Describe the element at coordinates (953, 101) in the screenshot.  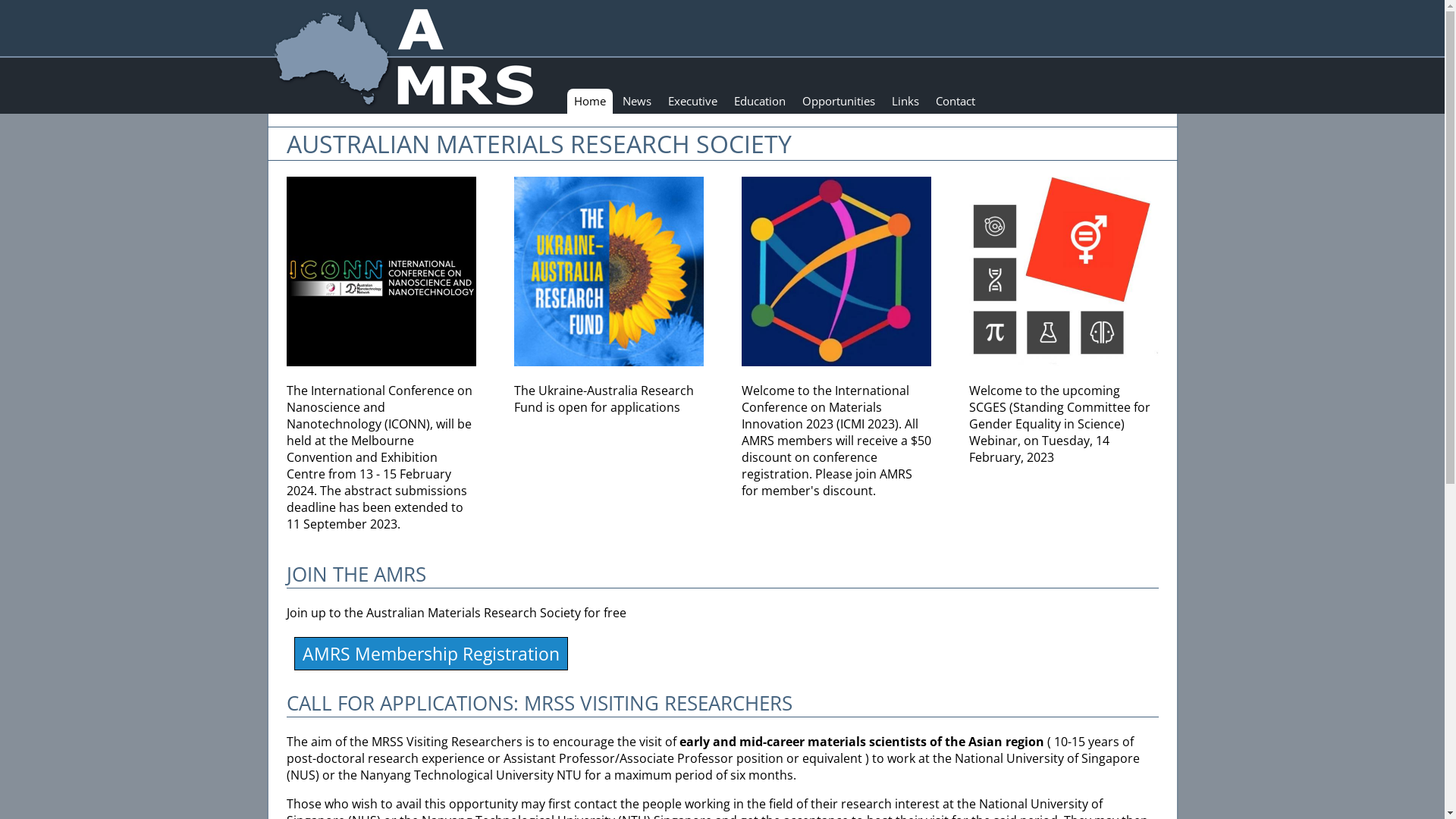
I see `'Contact'` at that location.